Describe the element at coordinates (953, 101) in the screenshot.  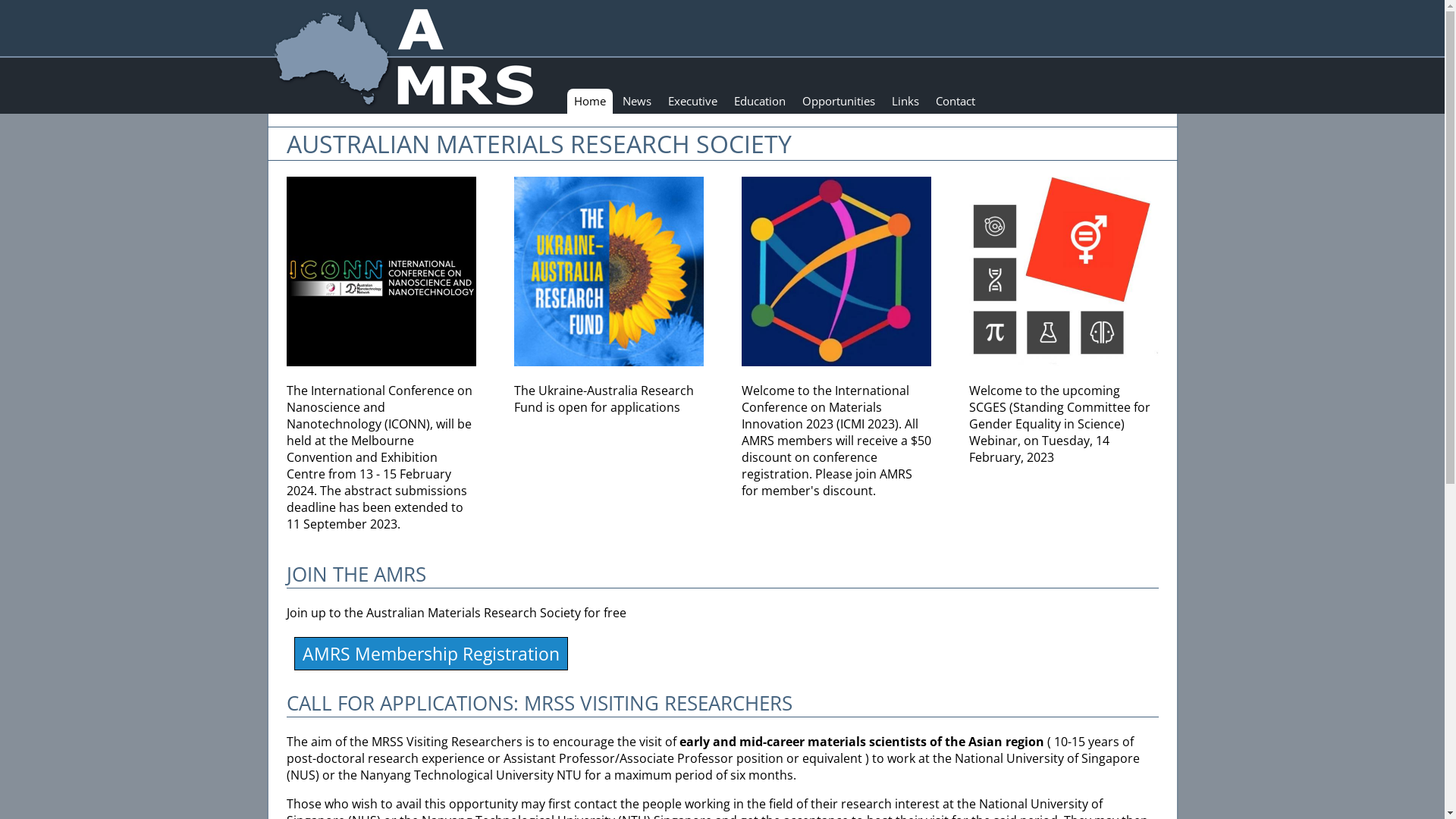
I see `'Contact'` at that location.